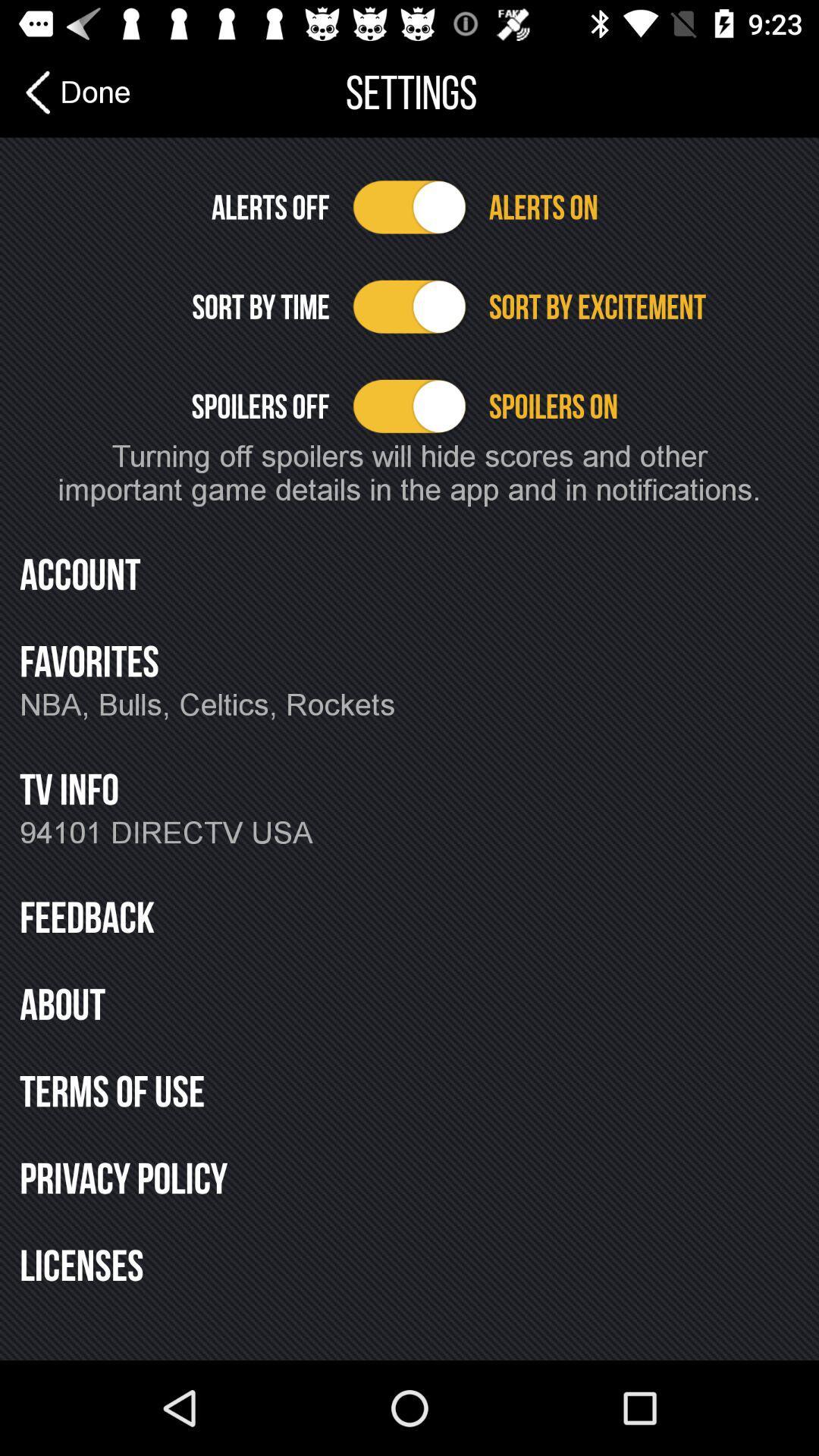  I want to click on spoilers option, so click(409, 406).